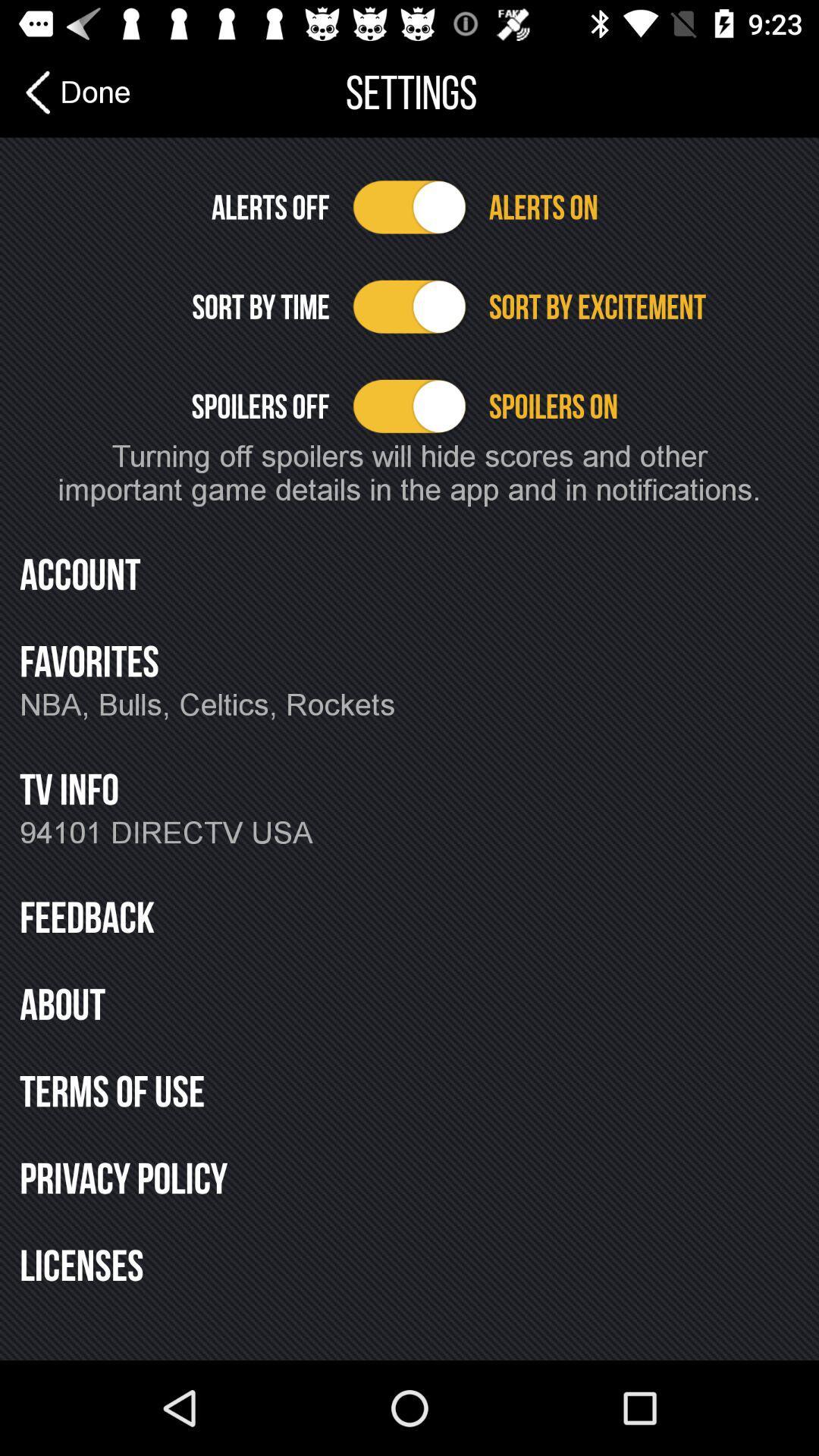  I want to click on spoilers option, so click(409, 406).